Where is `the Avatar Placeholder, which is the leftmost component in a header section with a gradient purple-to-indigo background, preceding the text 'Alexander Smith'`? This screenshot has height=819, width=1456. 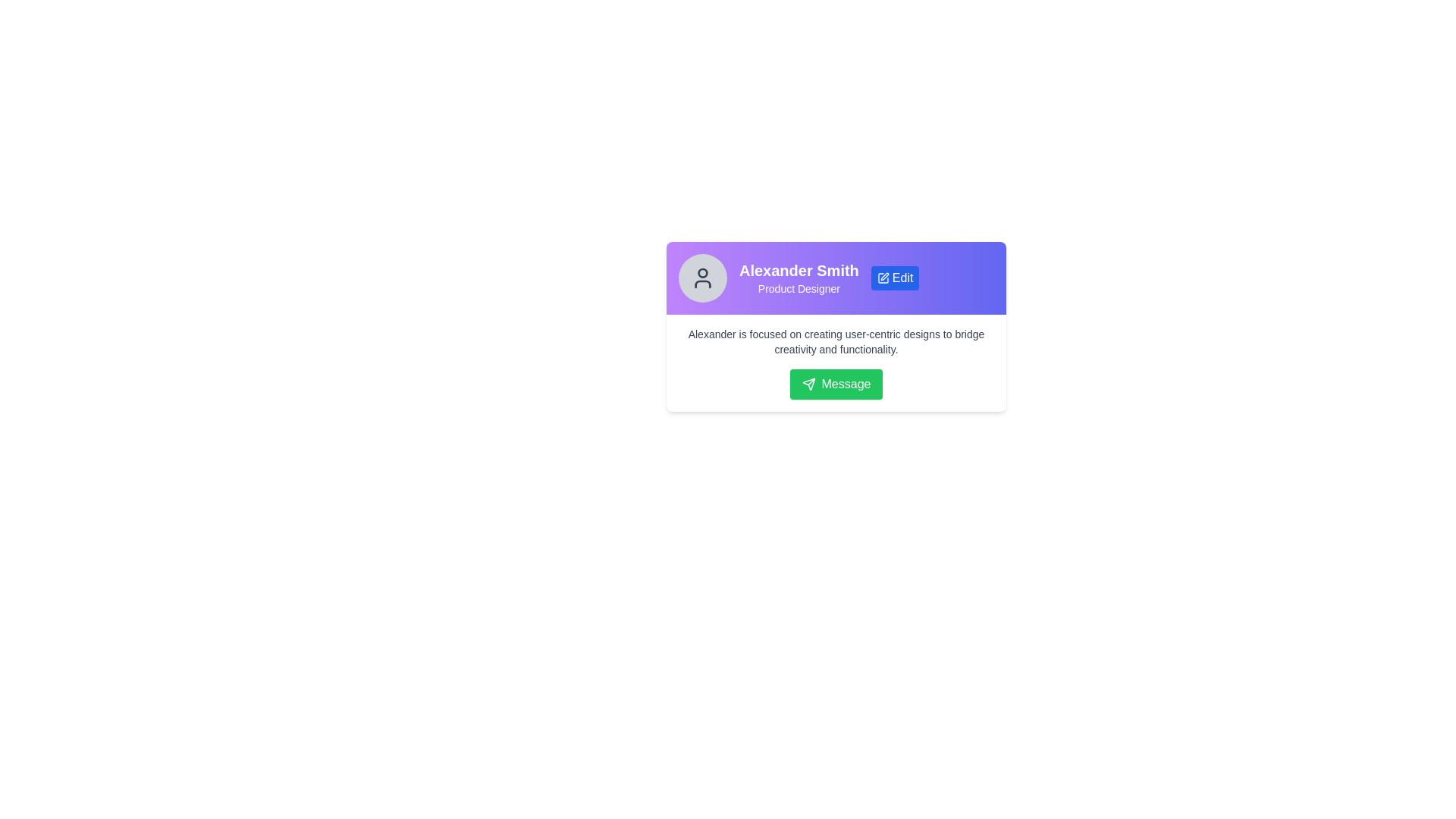 the Avatar Placeholder, which is the leftmost component in a header section with a gradient purple-to-indigo background, preceding the text 'Alexander Smith' is located at coordinates (701, 278).